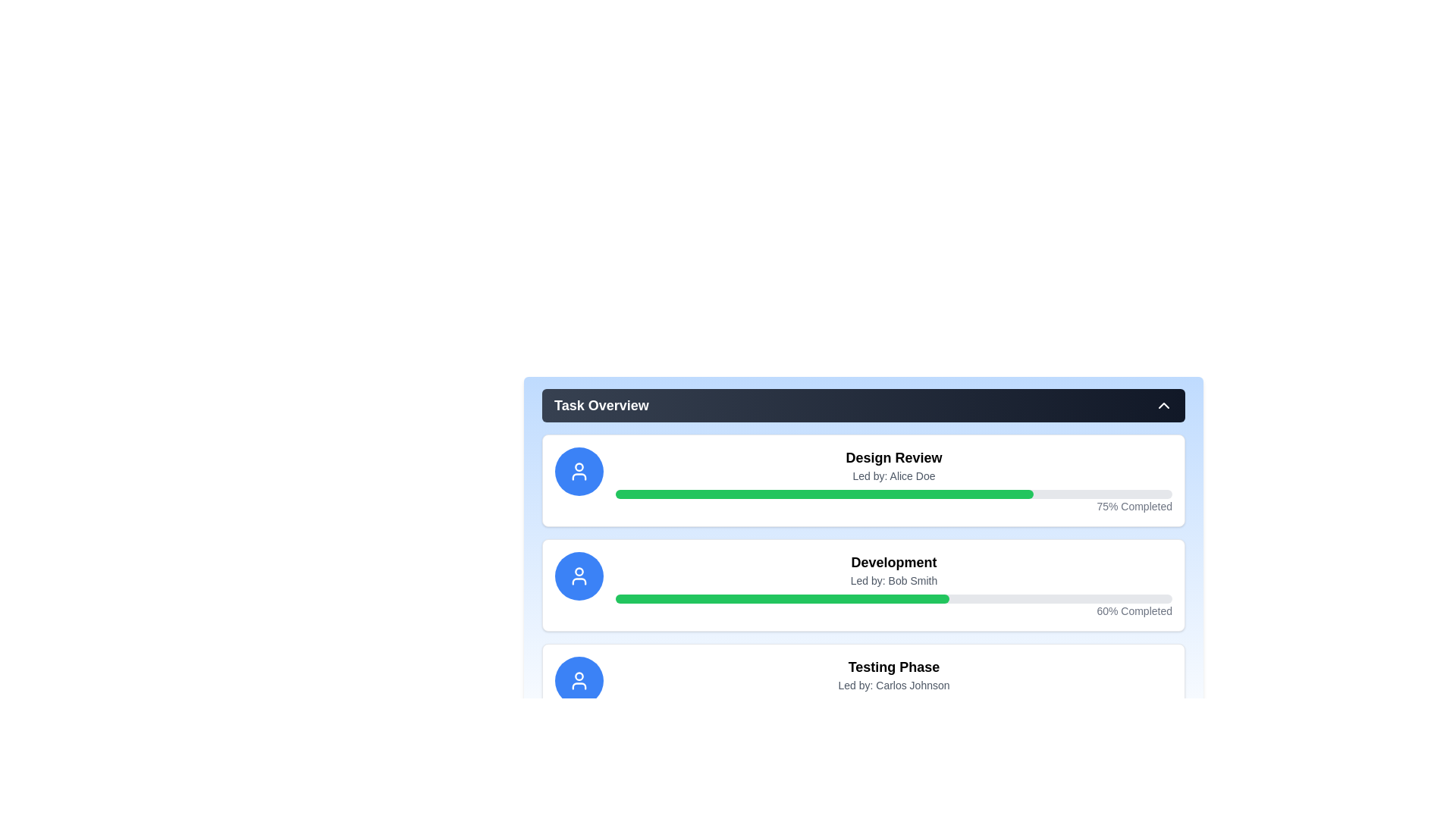  What do you see at coordinates (578, 571) in the screenshot?
I see `the circular profile picture icon with a blue fill and white user silhouette, which is the second in the series under the 'Development' task in the task list` at bounding box center [578, 571].